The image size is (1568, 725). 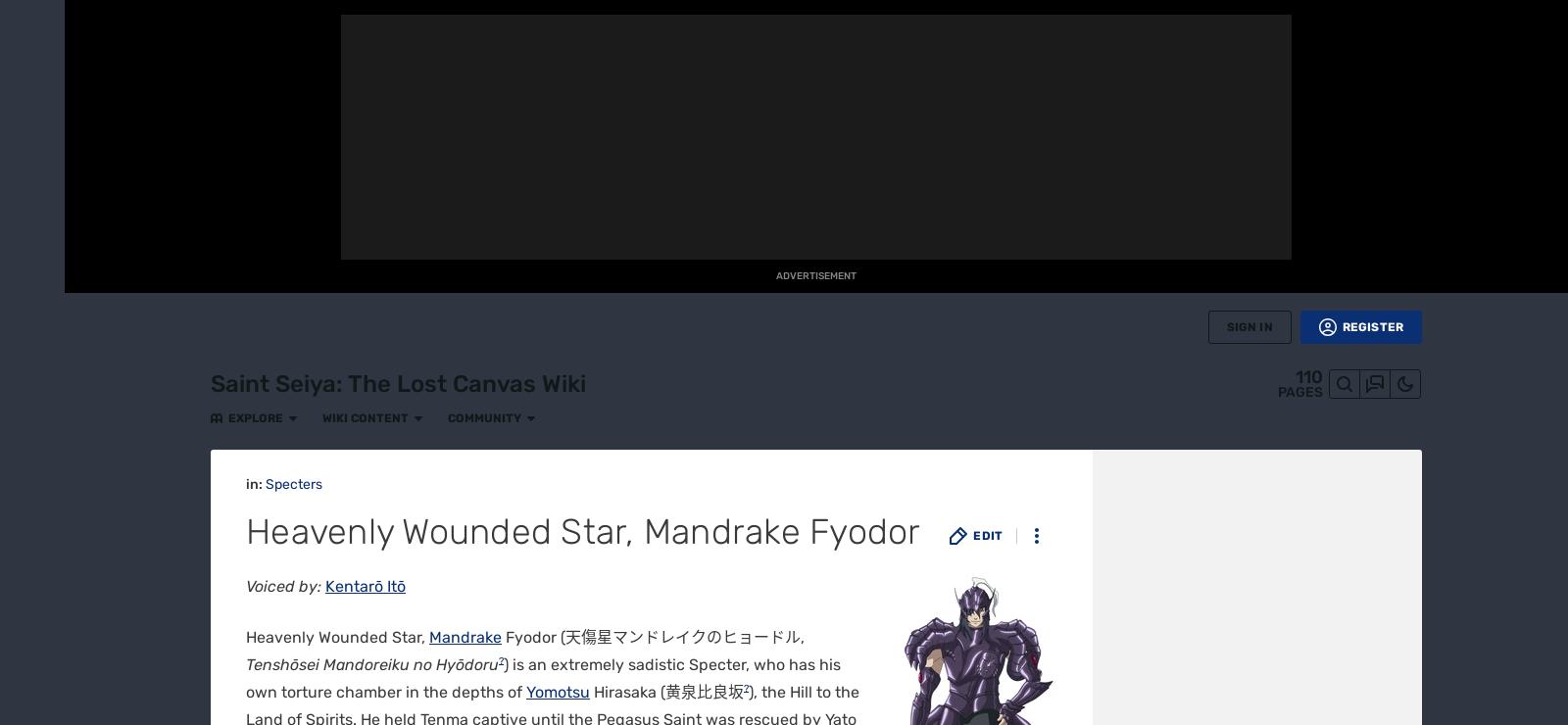 I want to click on 'unless otherwise noted.', so click(x=624, y=141).